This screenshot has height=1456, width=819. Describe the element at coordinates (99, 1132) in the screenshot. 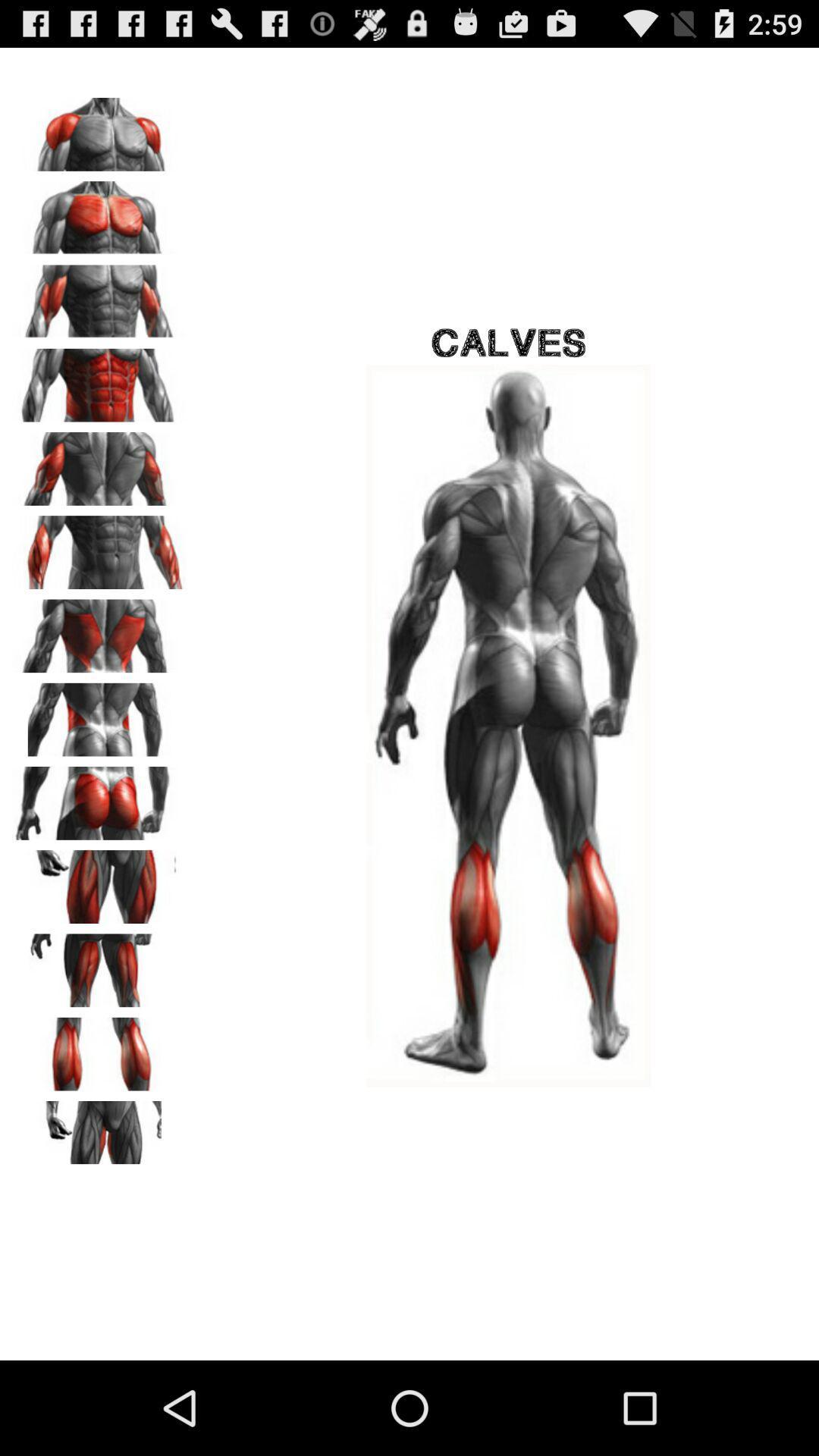

I see `exercise` at that location.